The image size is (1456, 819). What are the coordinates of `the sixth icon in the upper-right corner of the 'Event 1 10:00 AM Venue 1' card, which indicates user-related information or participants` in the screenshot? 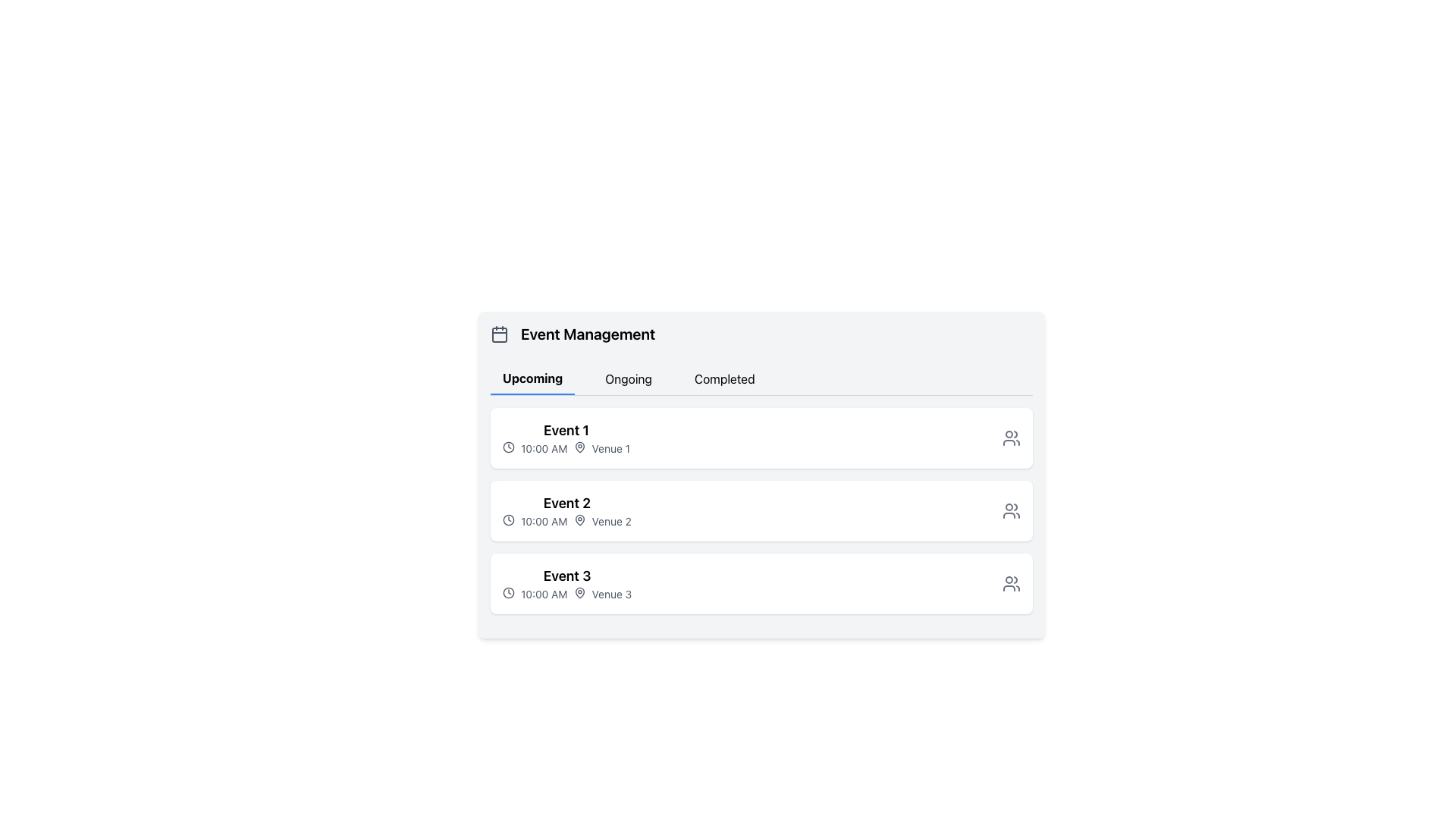 It's located at (1012, 438).